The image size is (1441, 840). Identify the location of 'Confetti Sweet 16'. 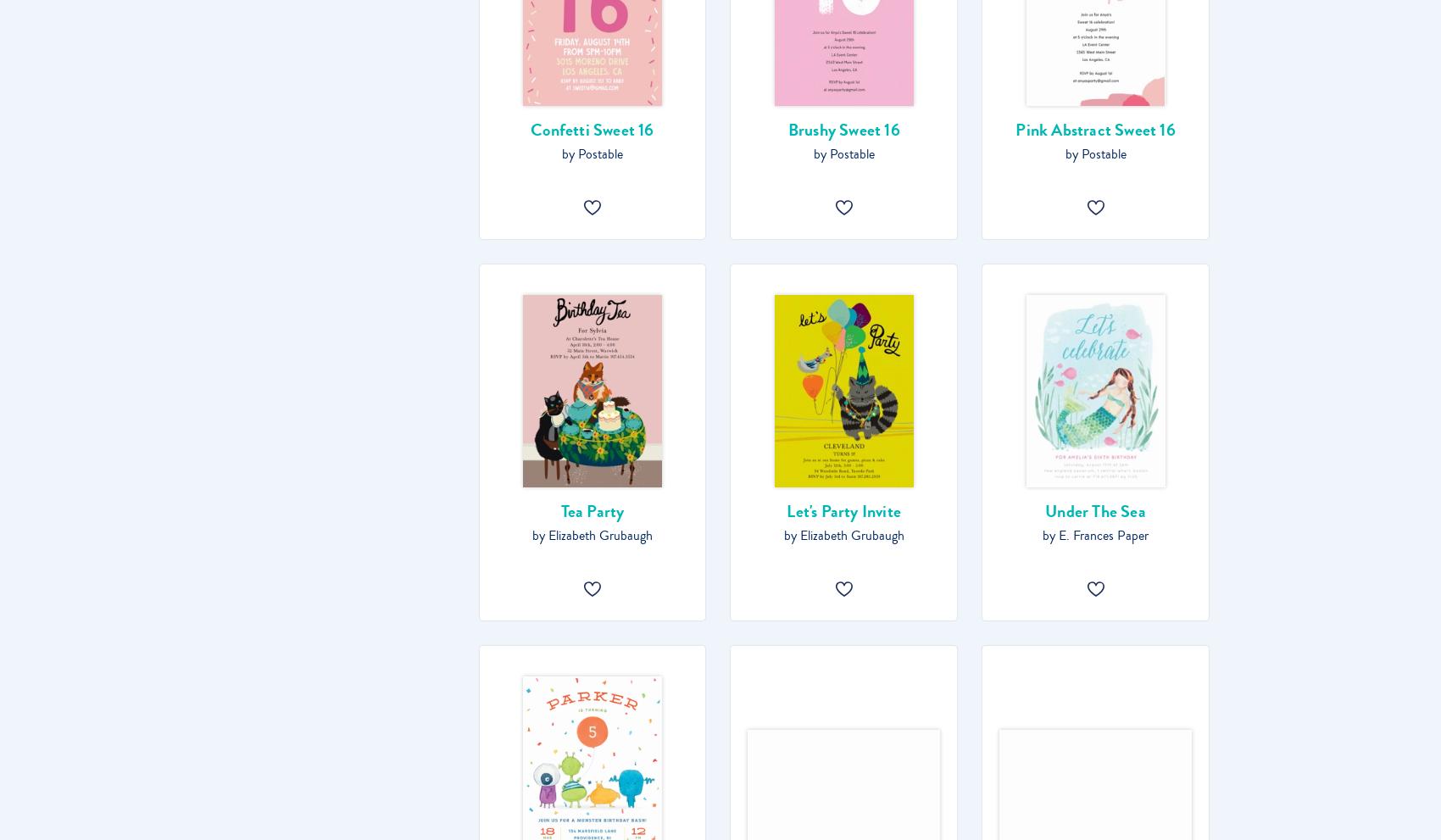
(592, 130).